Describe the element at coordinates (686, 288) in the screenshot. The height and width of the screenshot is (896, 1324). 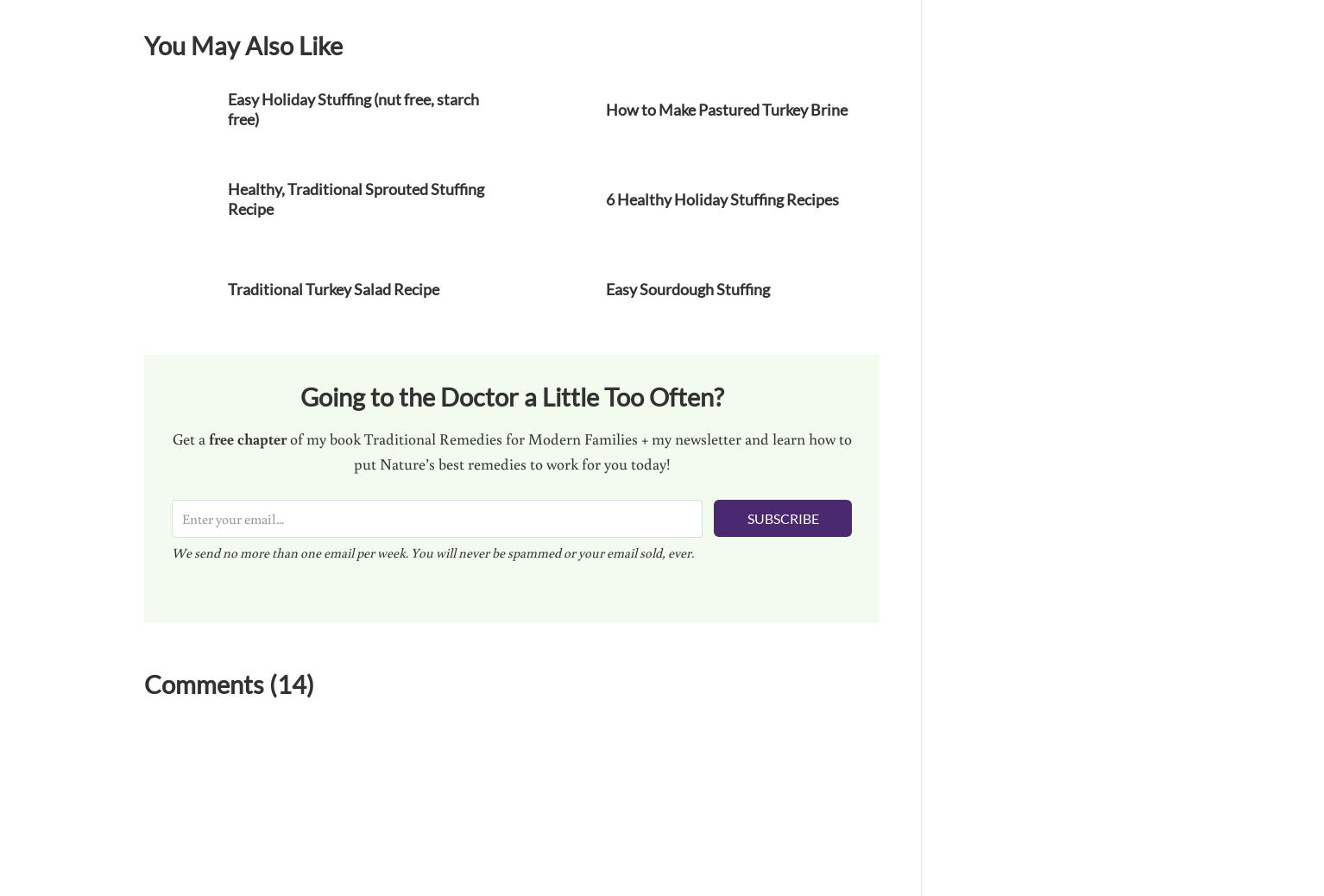
I see `'Easy Sourdough Stuffing'` at that location.